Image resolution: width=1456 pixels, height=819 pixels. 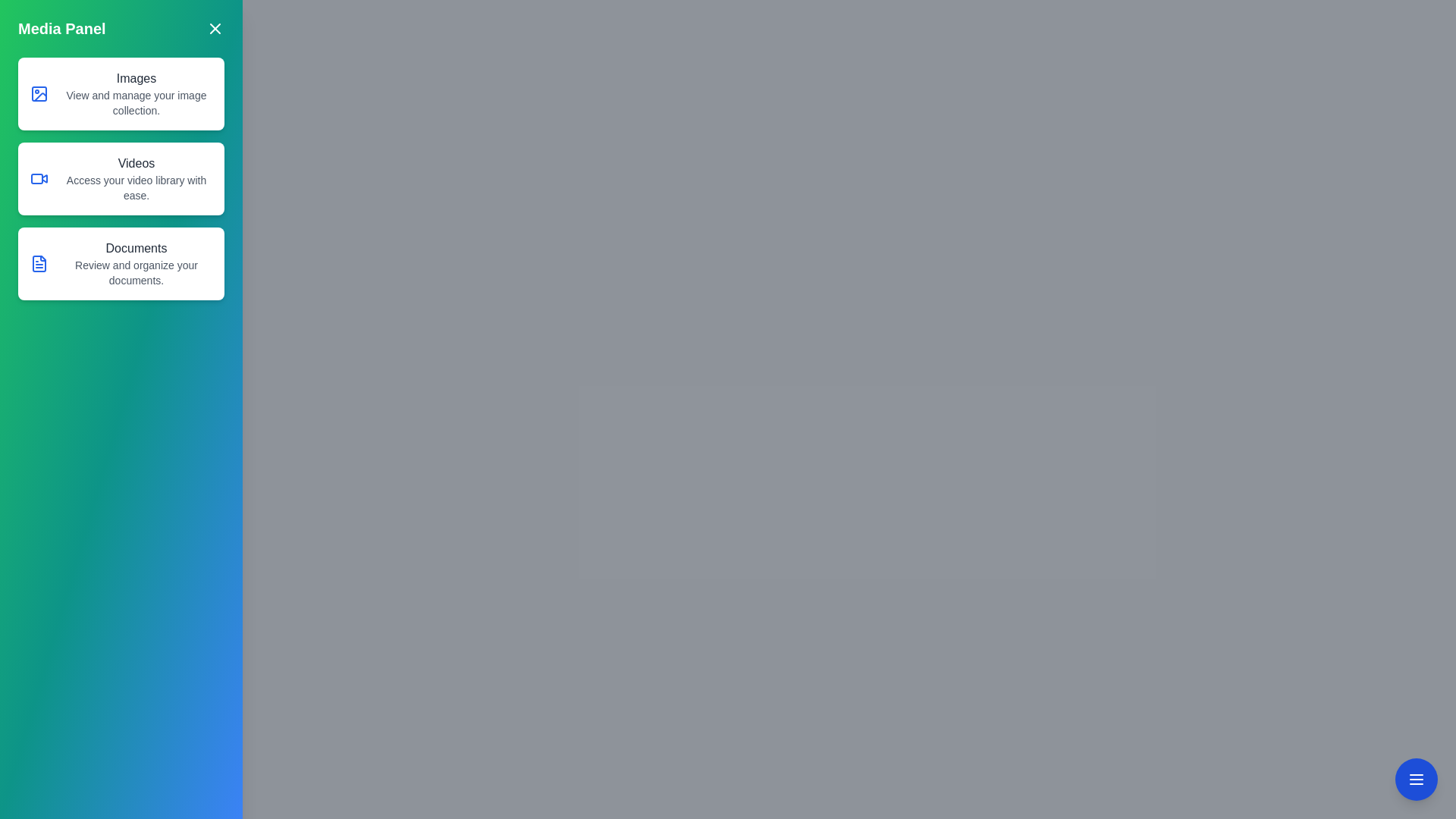 I want to click on the menu toggle button located at the bottom-right corner of the viewport, so click(x=1415, y=780).